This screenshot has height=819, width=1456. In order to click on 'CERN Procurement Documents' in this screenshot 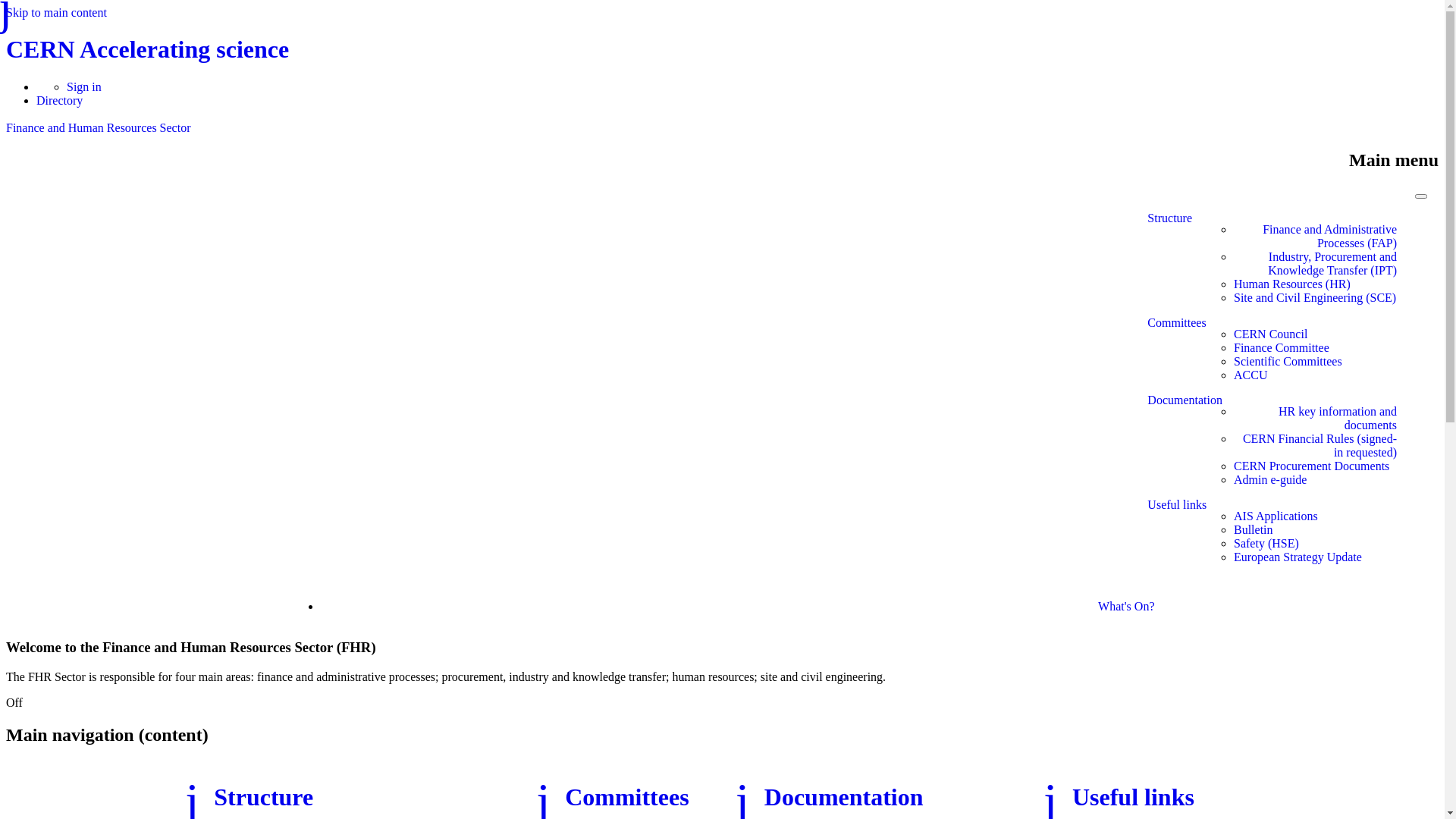, I will do `click(1310, 465)`.